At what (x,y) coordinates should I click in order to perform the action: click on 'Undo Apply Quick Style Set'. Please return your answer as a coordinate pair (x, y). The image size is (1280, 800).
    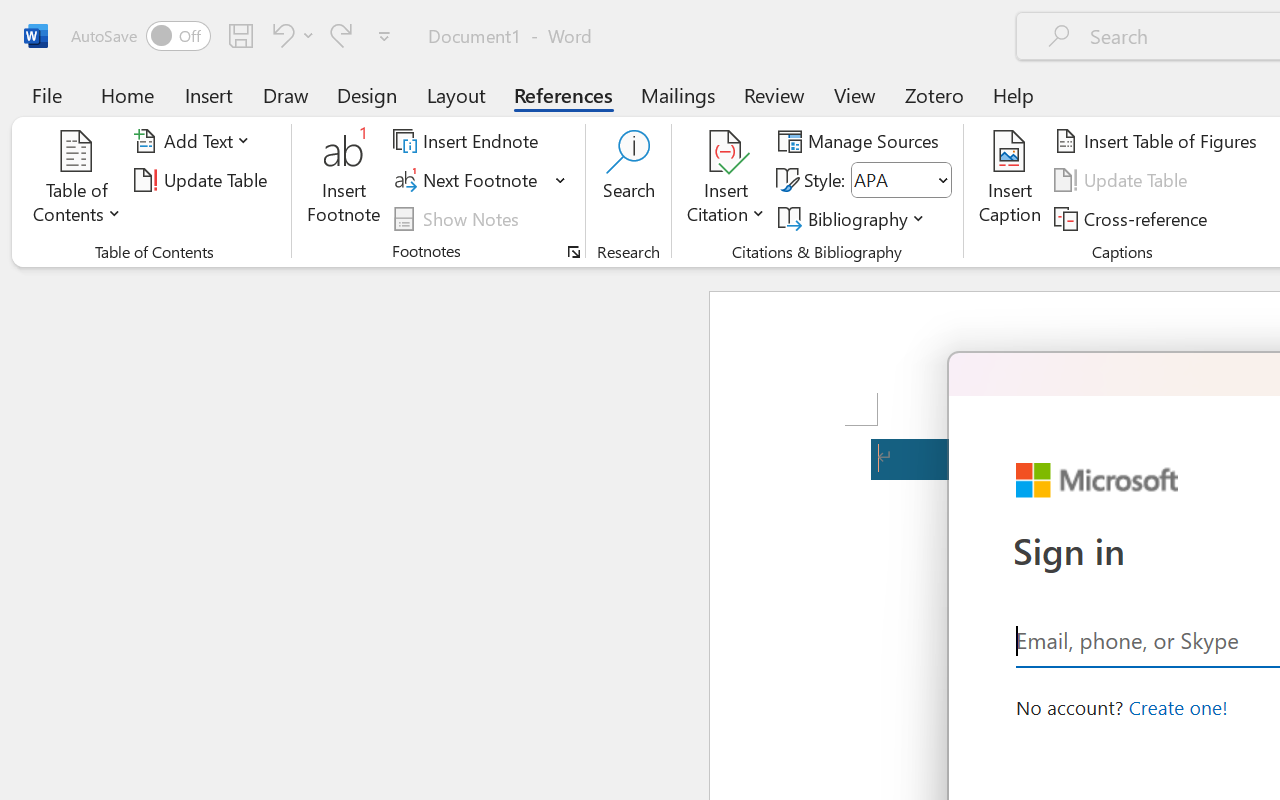
    Looking at the image, I should click on (279, 34).